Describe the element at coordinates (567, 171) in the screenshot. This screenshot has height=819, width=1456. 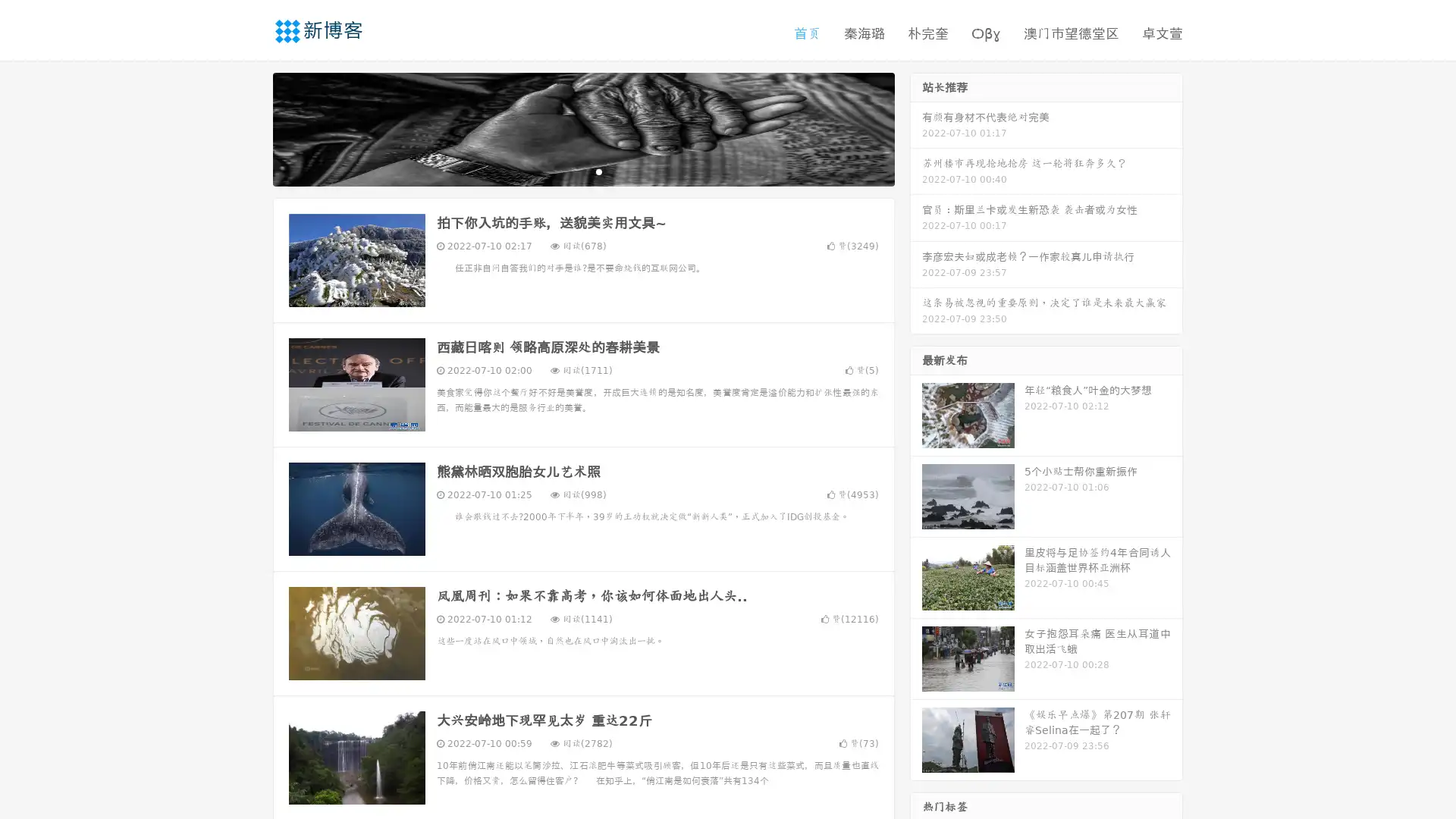
I see `Go to slide 1` at that location.